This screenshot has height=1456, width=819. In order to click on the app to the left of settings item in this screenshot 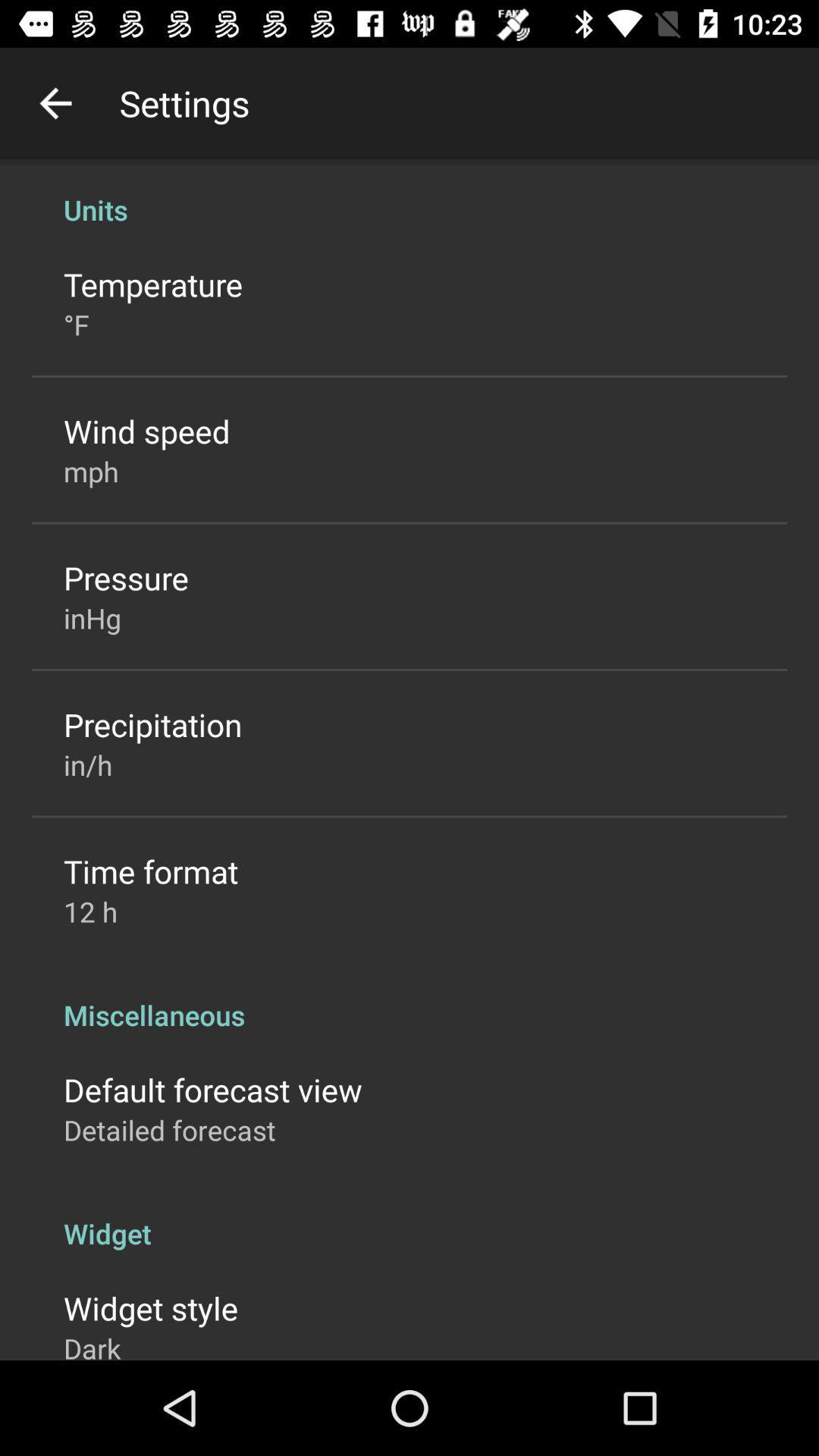, I will do `click(55, 102)`.